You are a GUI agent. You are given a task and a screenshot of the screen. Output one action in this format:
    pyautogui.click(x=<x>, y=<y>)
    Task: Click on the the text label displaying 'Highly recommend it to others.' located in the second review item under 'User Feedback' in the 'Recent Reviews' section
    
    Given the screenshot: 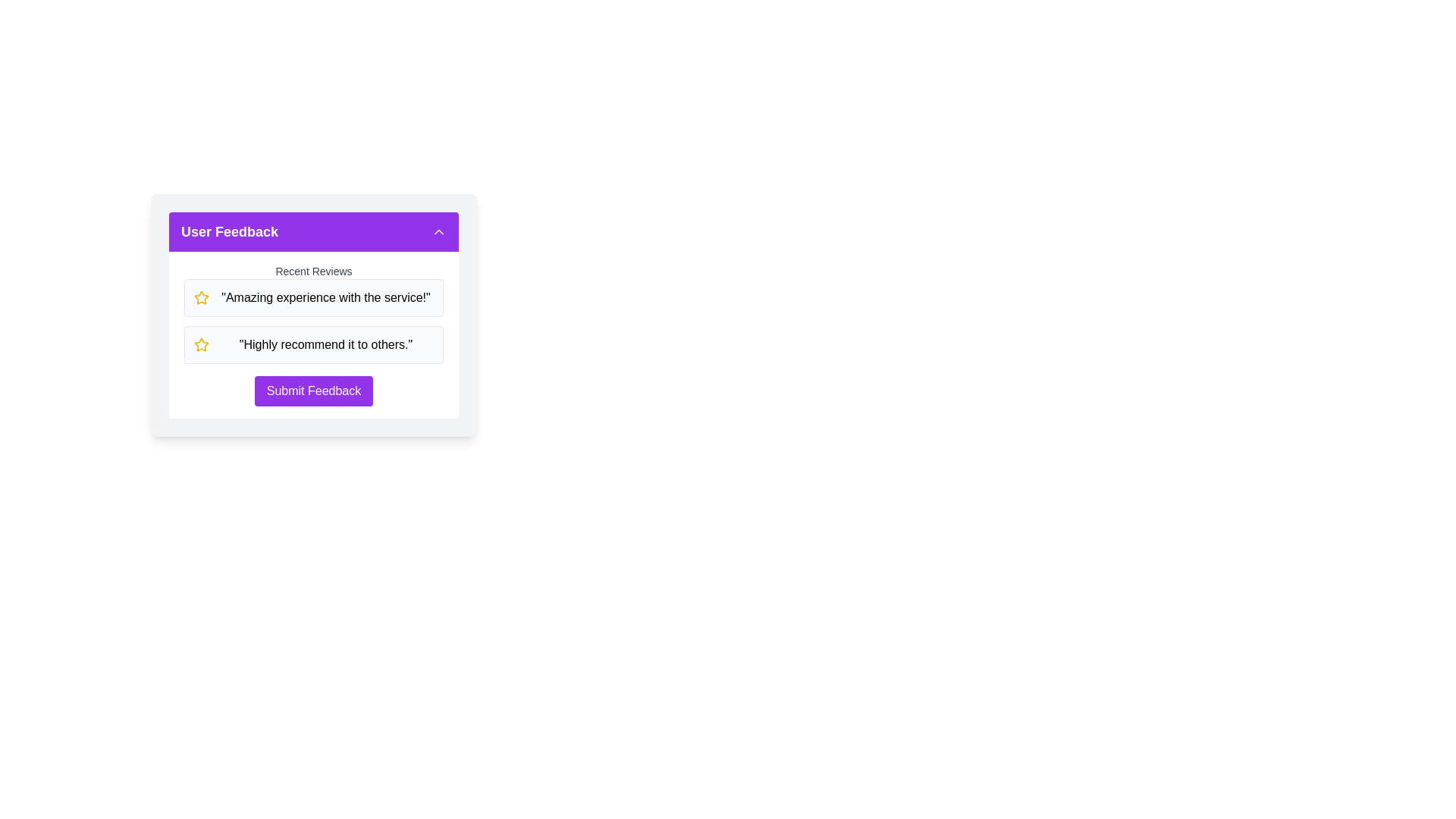 What is the action you would take?
    pyautogui.click(x=325, y=345)
    